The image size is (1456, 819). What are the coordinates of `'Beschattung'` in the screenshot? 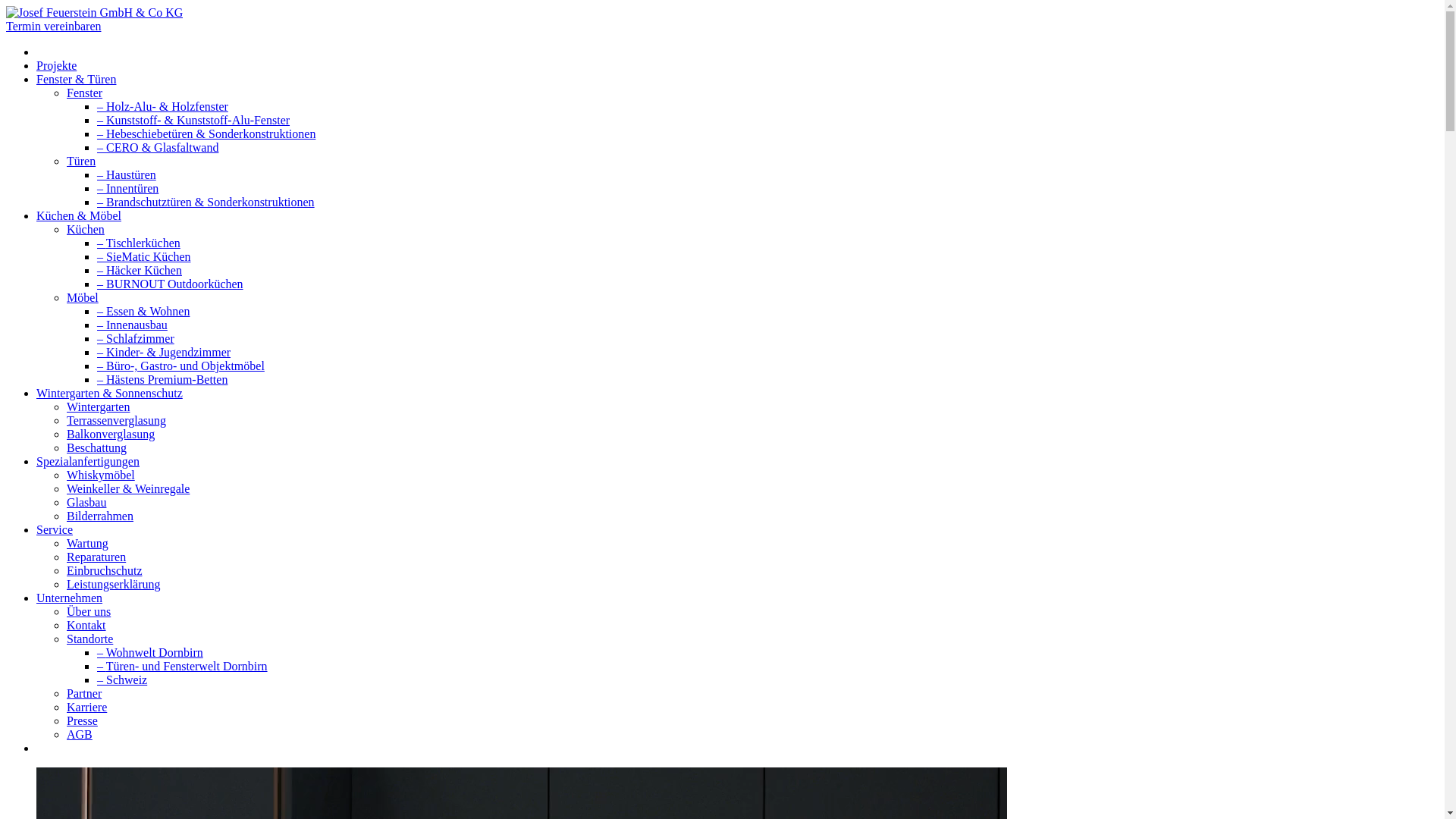 It's located at (96, 447).